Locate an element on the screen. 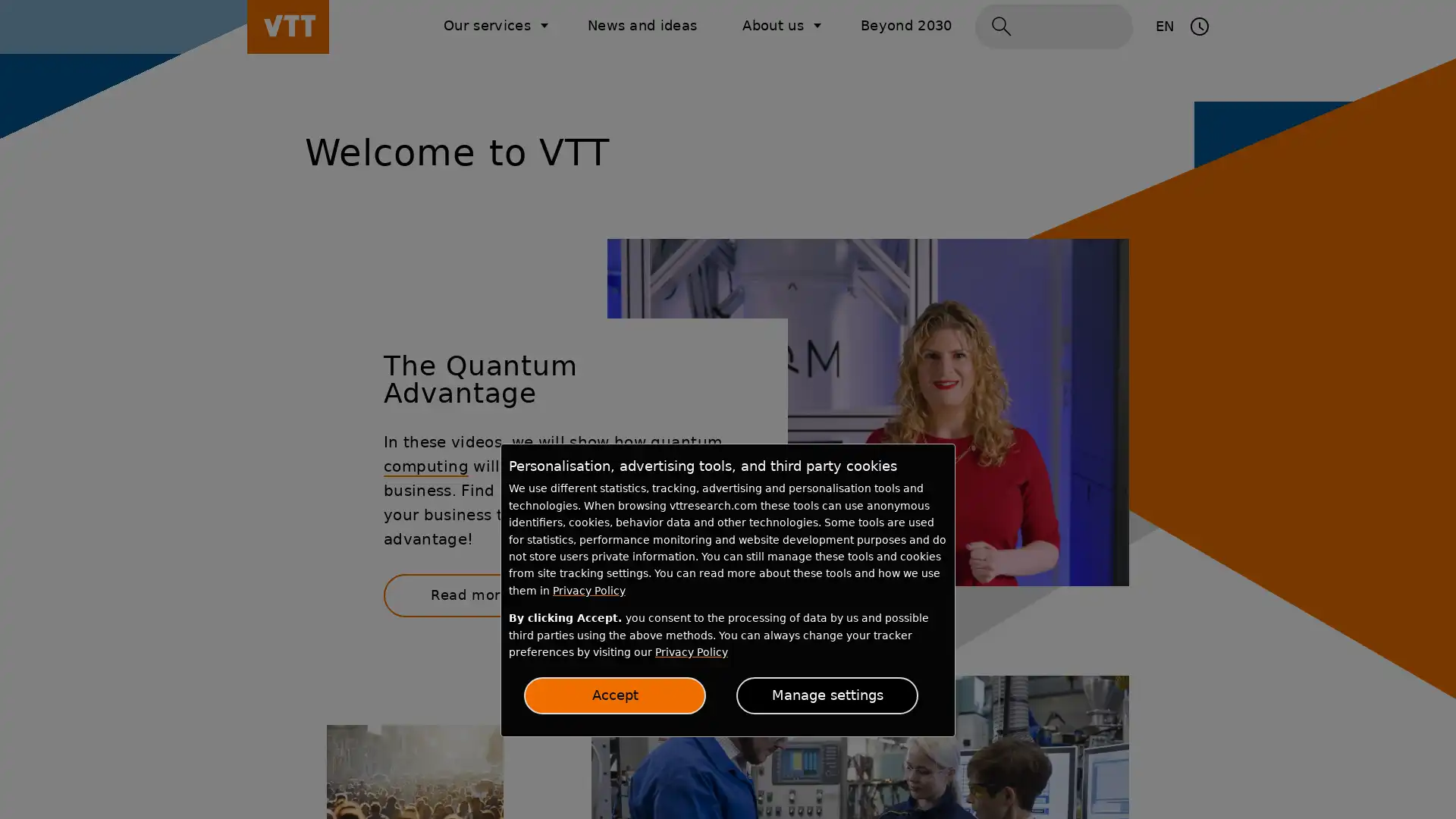 The image size is (1456, 819). Accept is located at coordinates (615, 695).